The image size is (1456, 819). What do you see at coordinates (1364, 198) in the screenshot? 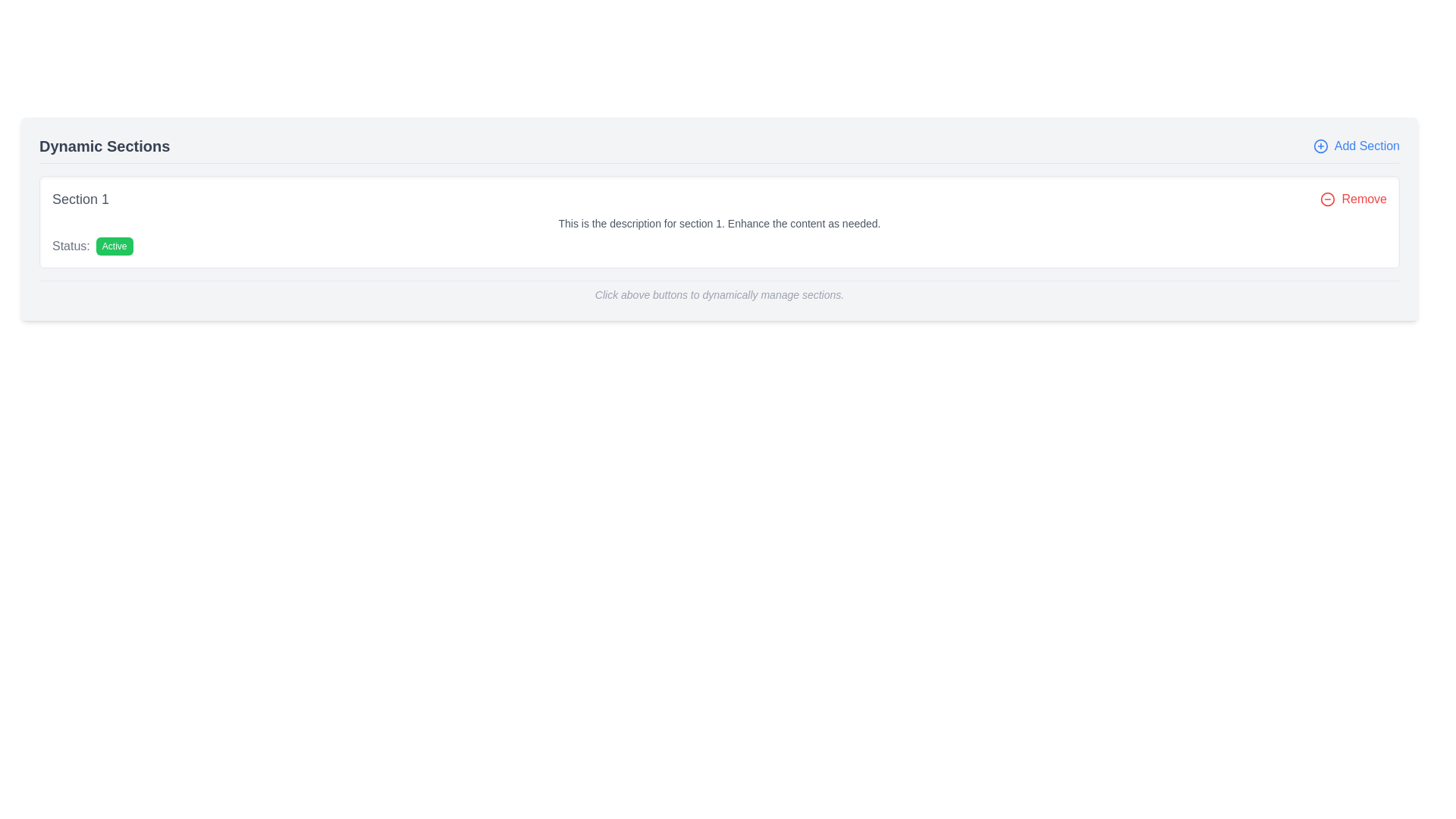
I see `the Text Label that conveys the purpose of a nearby interactive element for a removal action in the section labeled 'Section 1', located towards the top-right of the current section, to the right of a circular icon displaying a minus sign` at bounding box center [1364, 198].